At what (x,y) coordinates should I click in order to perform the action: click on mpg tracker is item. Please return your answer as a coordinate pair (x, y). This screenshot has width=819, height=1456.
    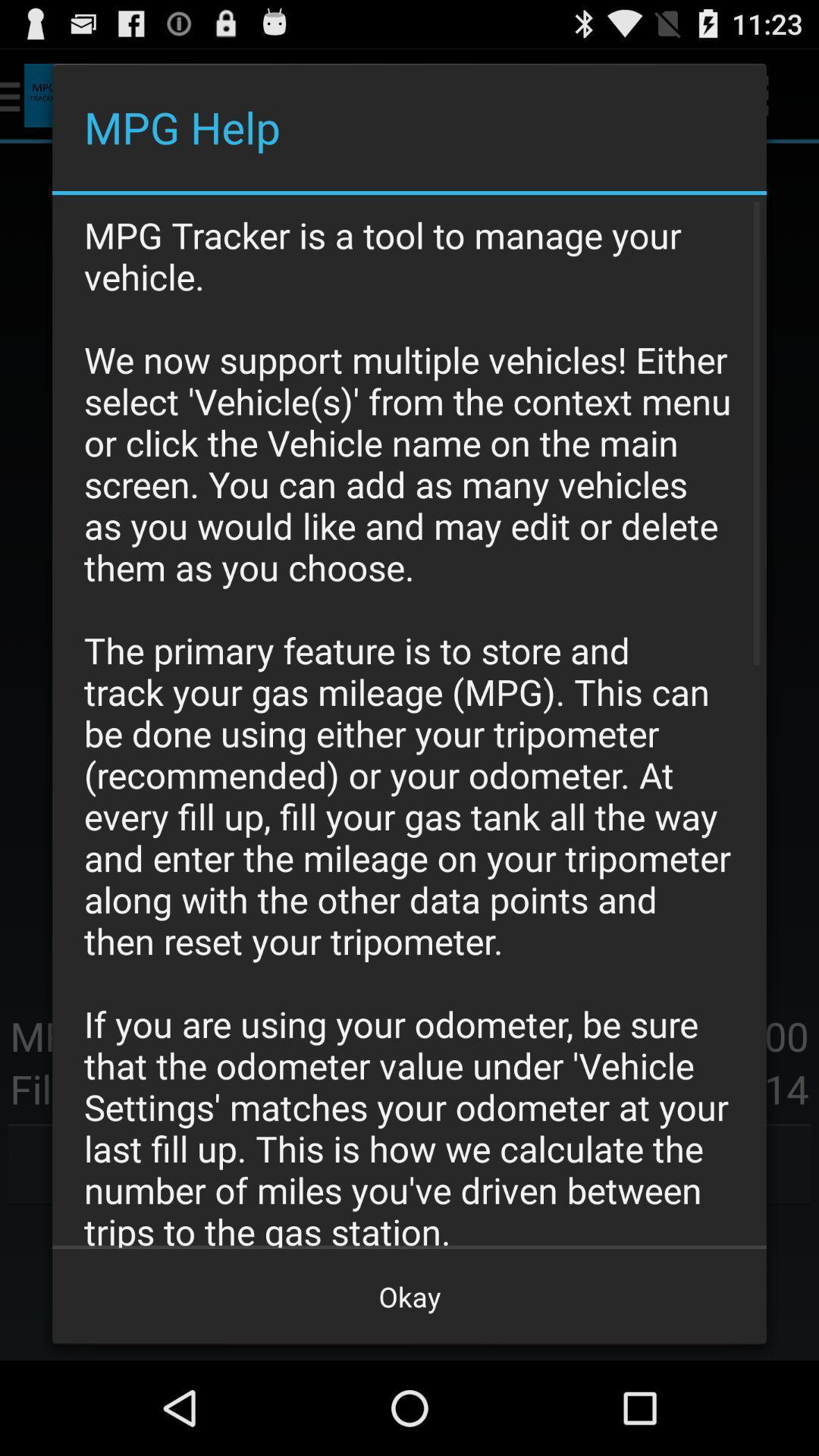
    Looking at the image, I should click on (409, 720).